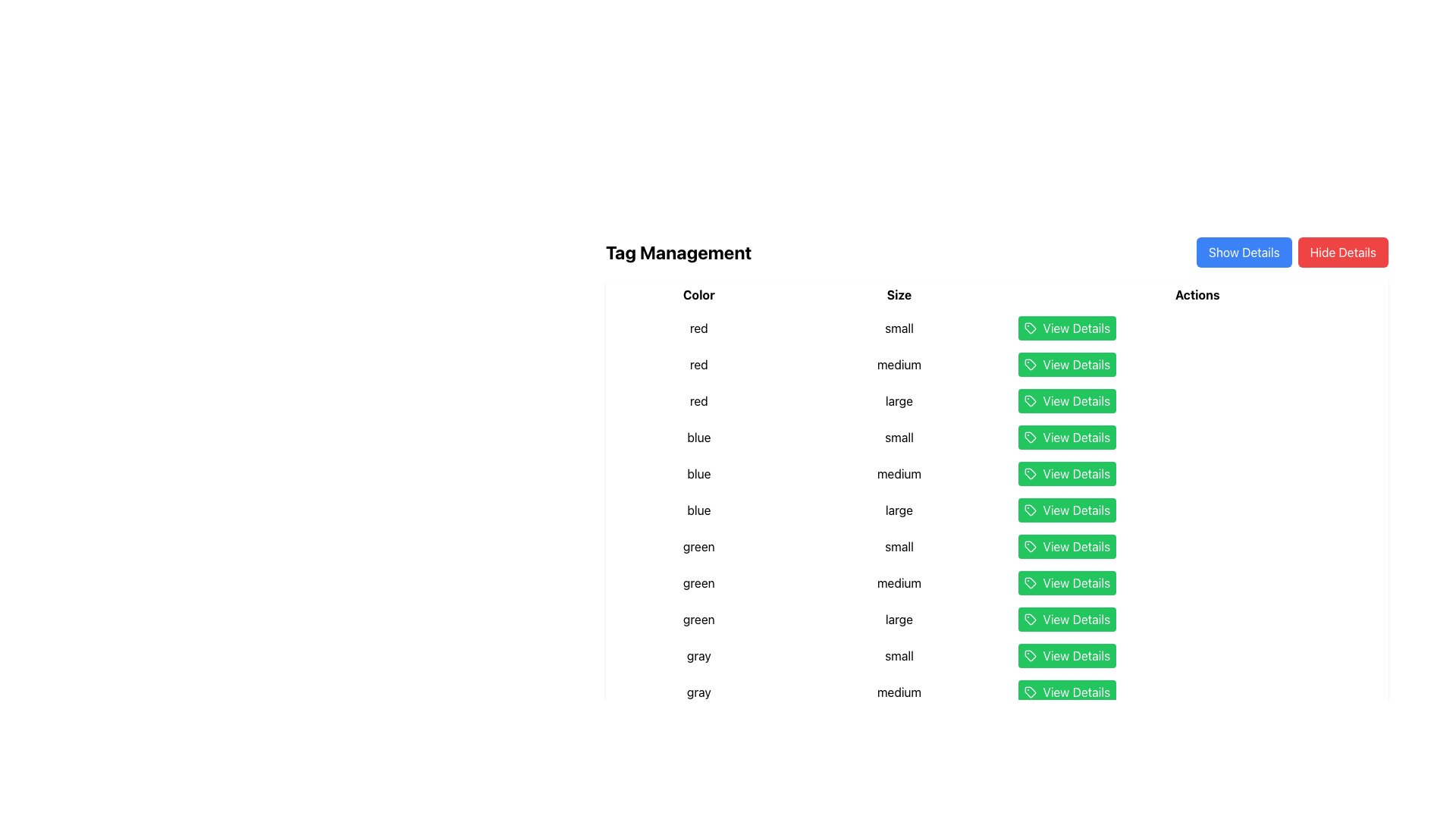 This screenshot has height=819, width=1456. What do you see at coordinates (899, 400) in the screenshot?
I see `the text label styled in black that contains the text 'large' in the 'Size' column of the table under the 'red' row` at bounding box center [899, 400].